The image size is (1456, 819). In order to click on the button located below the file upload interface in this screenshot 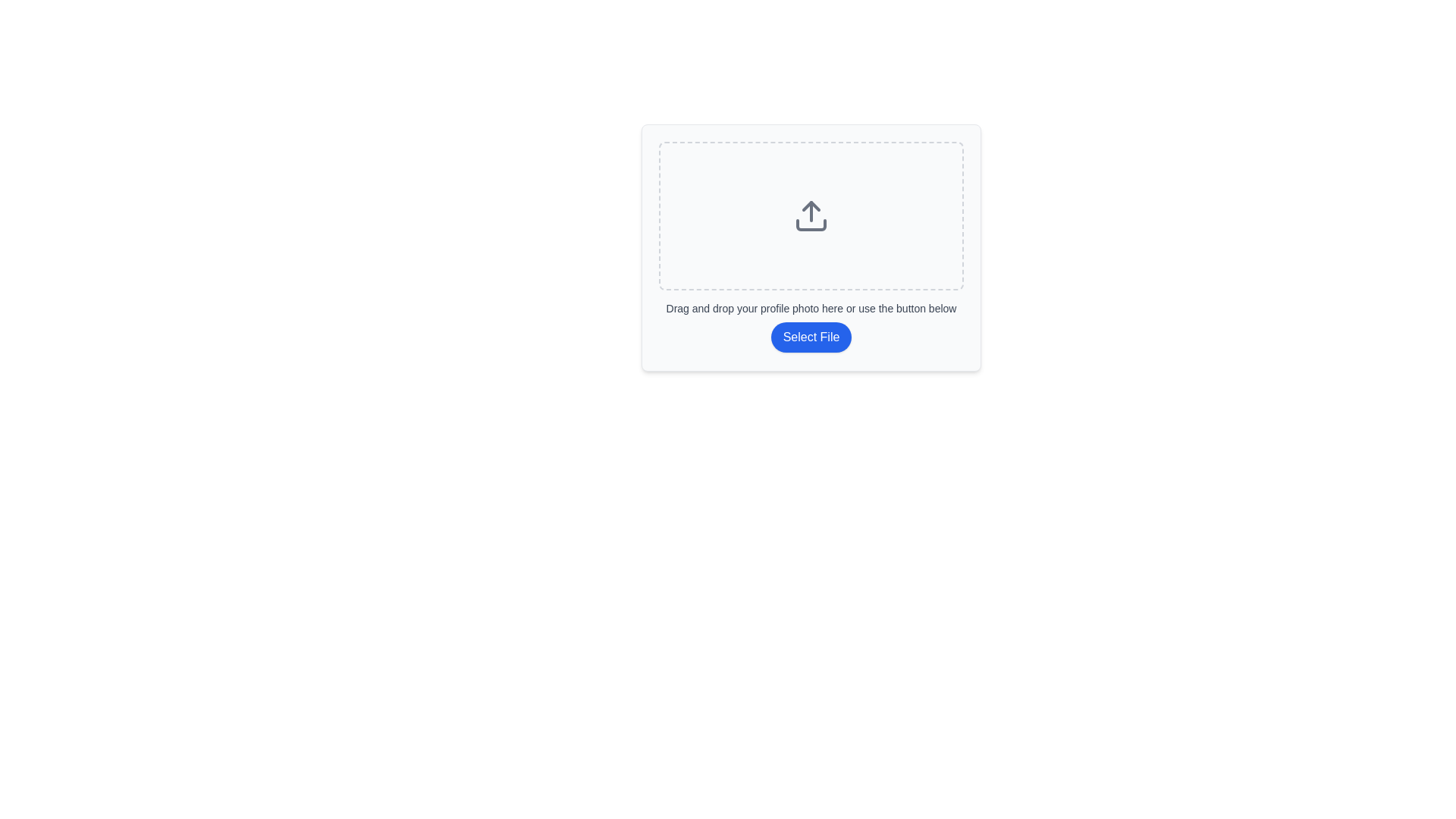, I will do `click(811, 336)`.